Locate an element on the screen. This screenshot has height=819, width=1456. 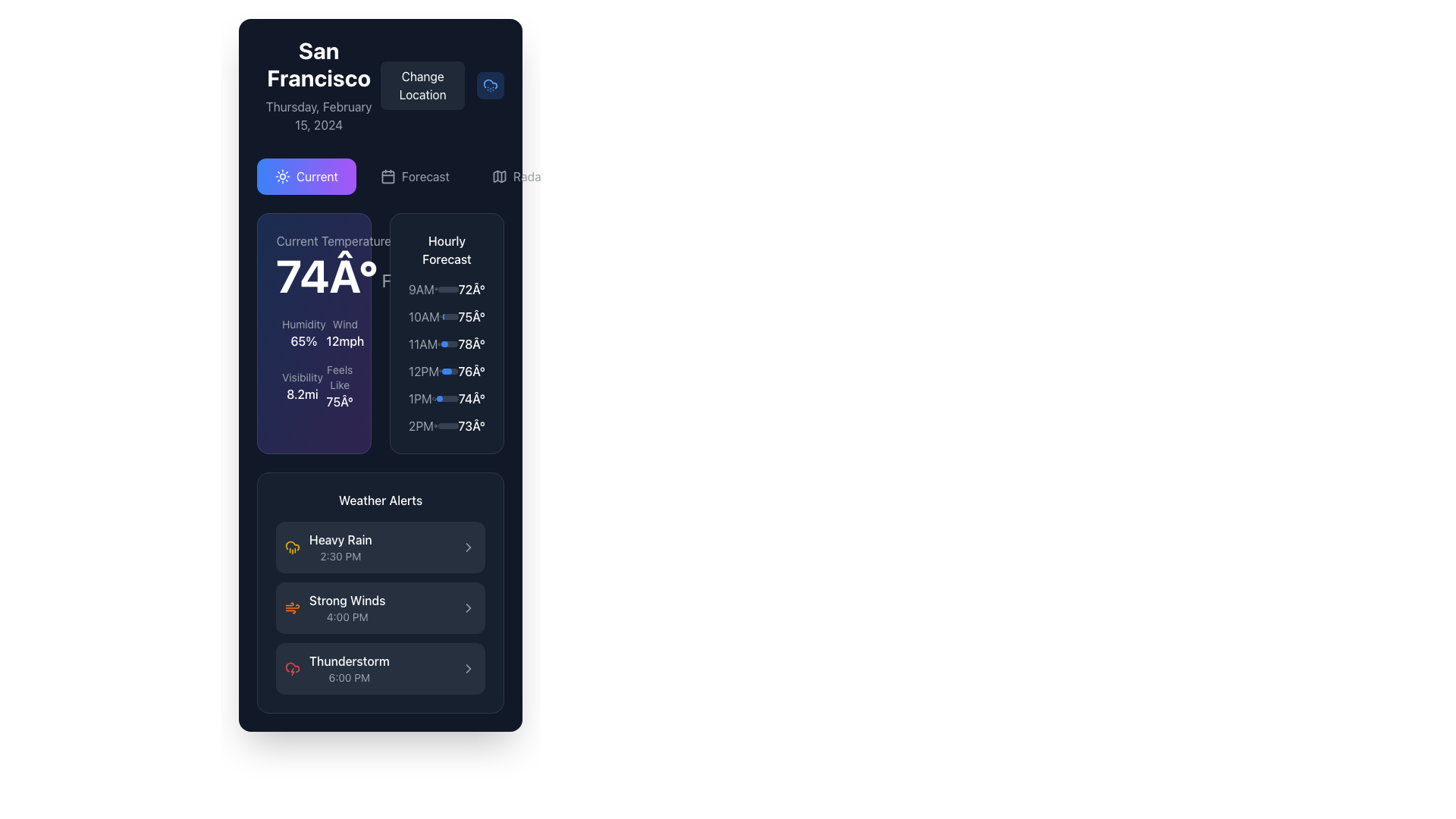
the static text display element that shows 'Thunderstorm' with the time '6:00 PM' in a bold white font, located at the bottom of the 'Weather Alerts' list is located at coordinates (348, 668).